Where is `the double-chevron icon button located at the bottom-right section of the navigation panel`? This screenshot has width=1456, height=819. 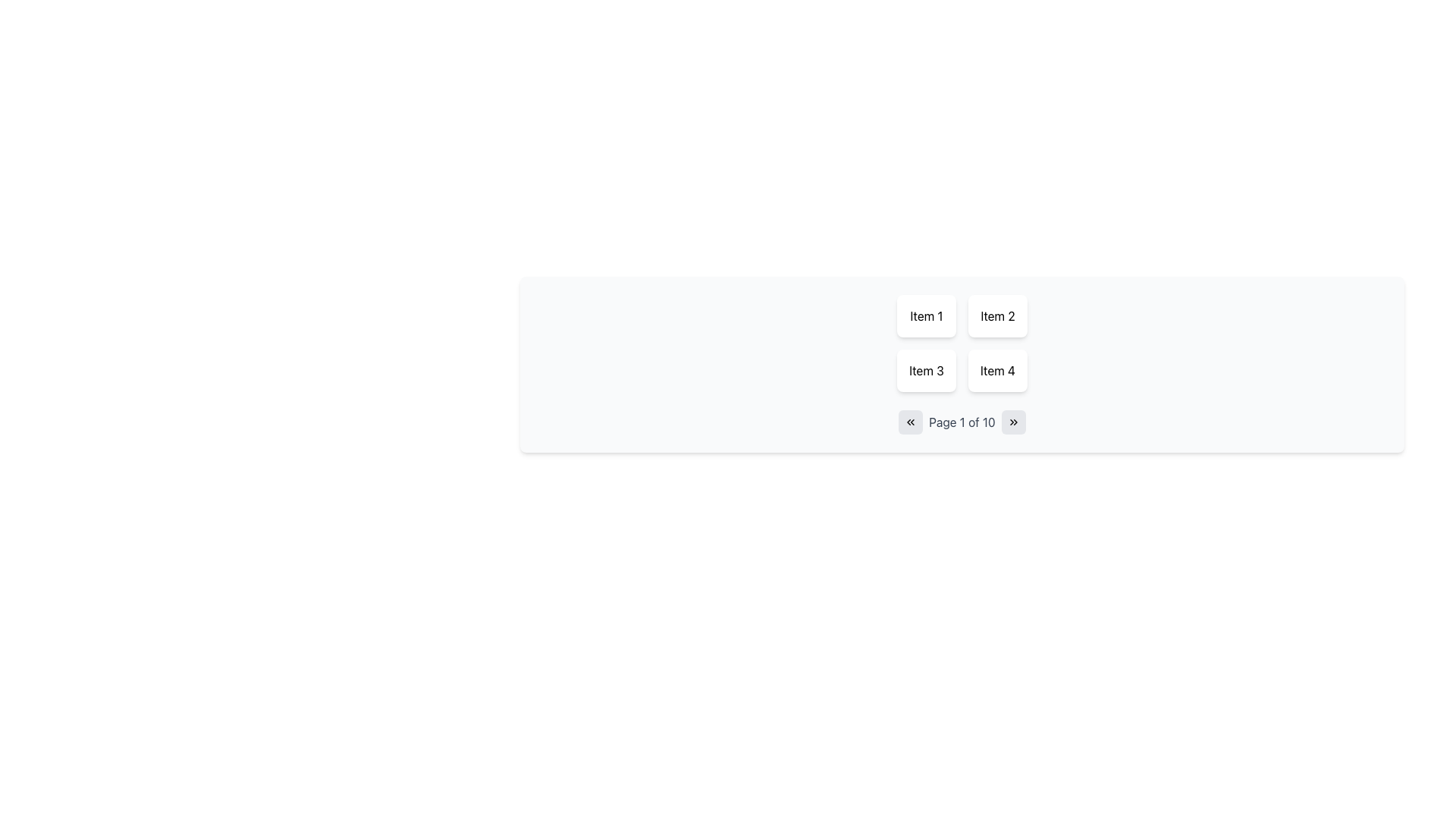 the double-chevron icon button located at the bottom-right section of the navigation panel is located at coordinates (1013, 422).